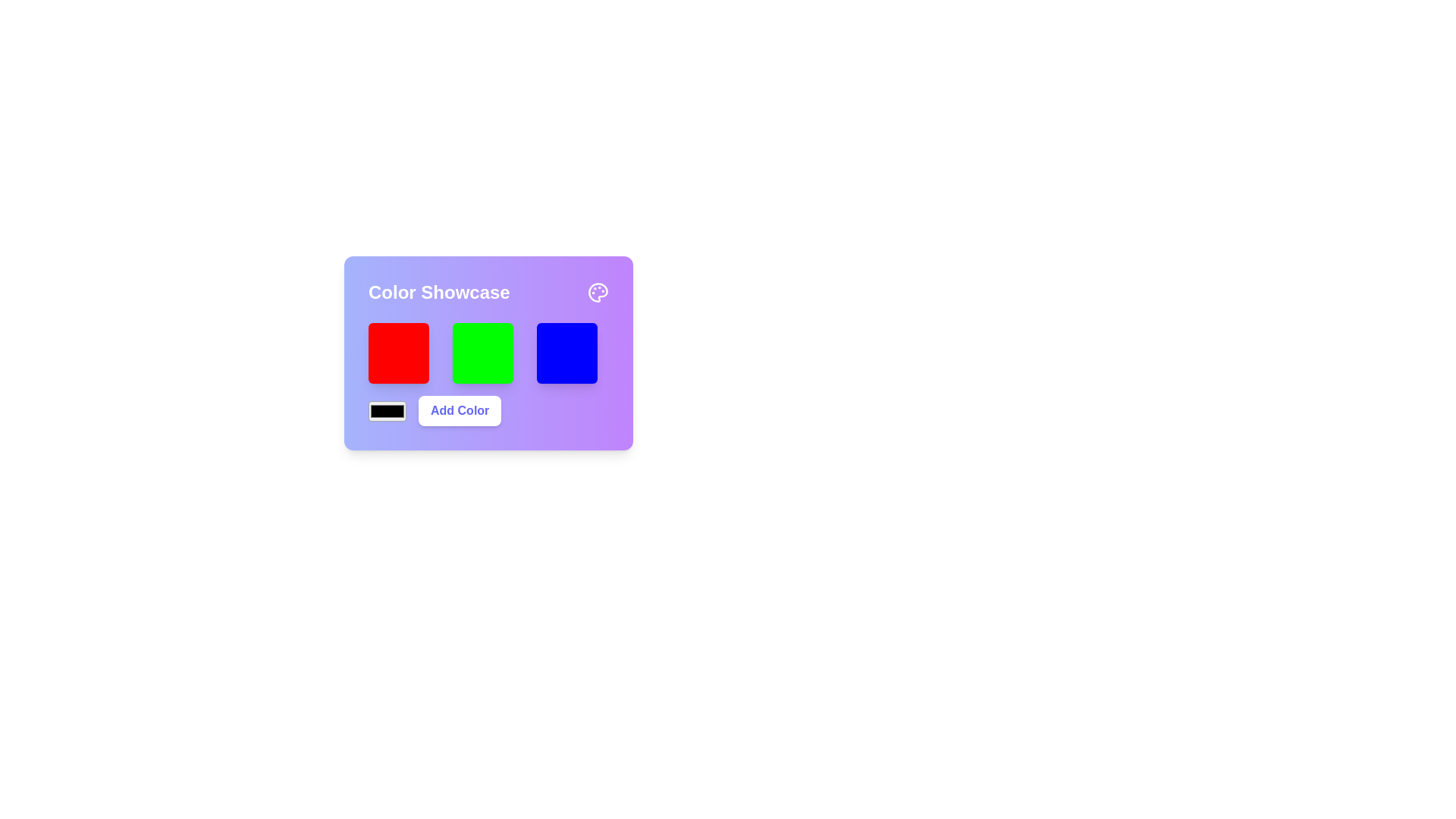 This screenshot has width=1456, height=819. I want to click on the middle square of the Color display grid, which represents the green color, so click(488, 359).